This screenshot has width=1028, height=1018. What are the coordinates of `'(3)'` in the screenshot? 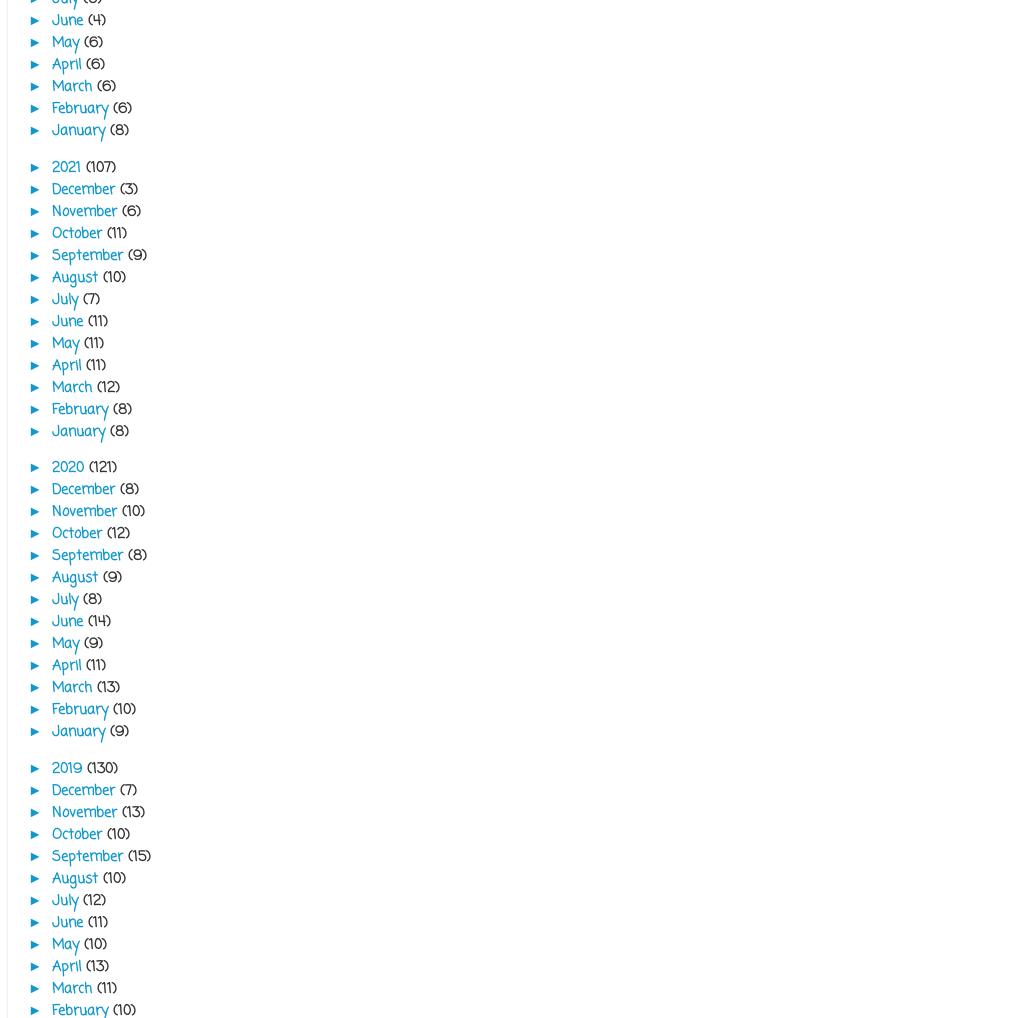 It's located at (129, 189).